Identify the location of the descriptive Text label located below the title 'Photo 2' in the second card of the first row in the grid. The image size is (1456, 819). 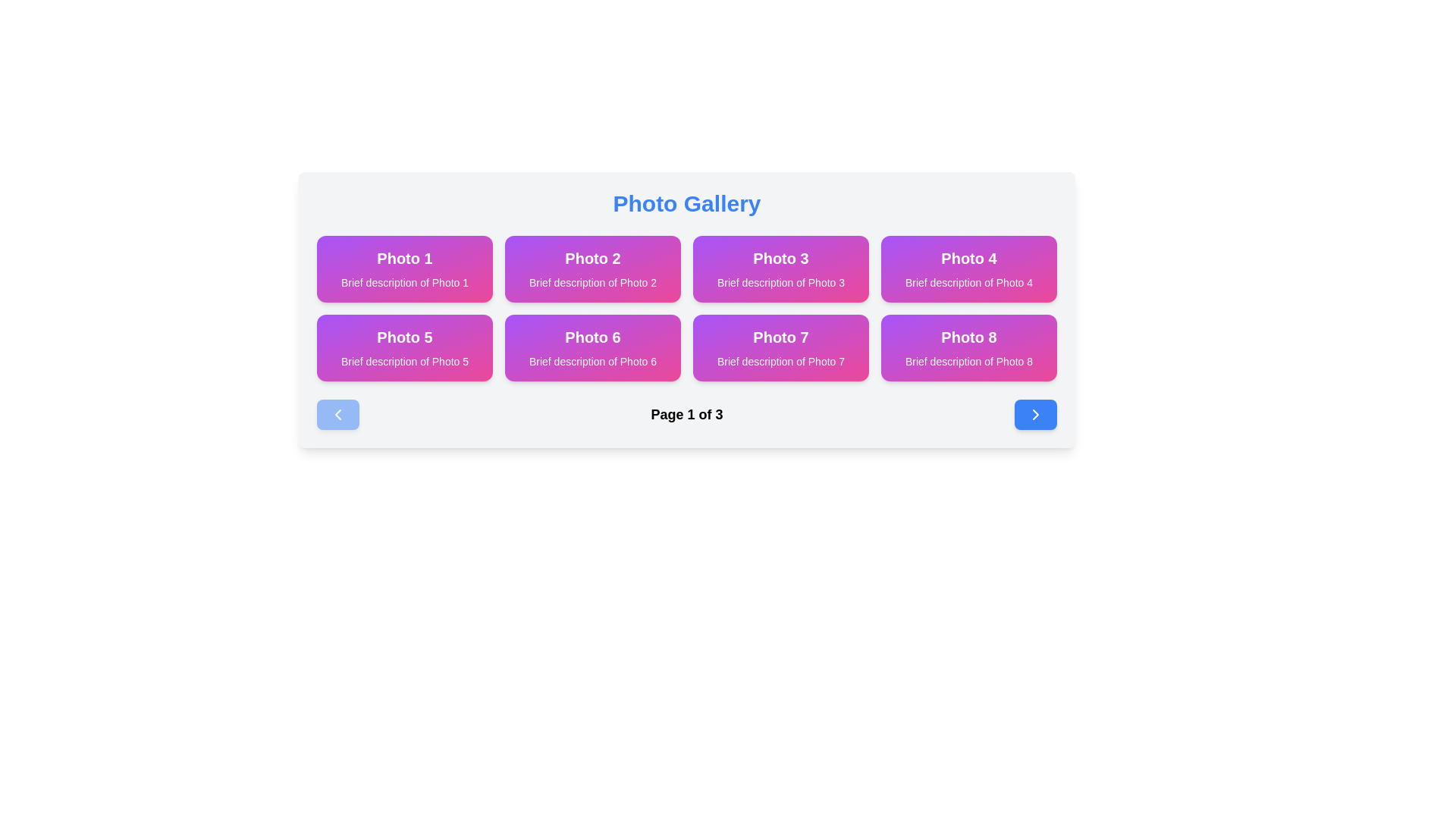
(592, 283).